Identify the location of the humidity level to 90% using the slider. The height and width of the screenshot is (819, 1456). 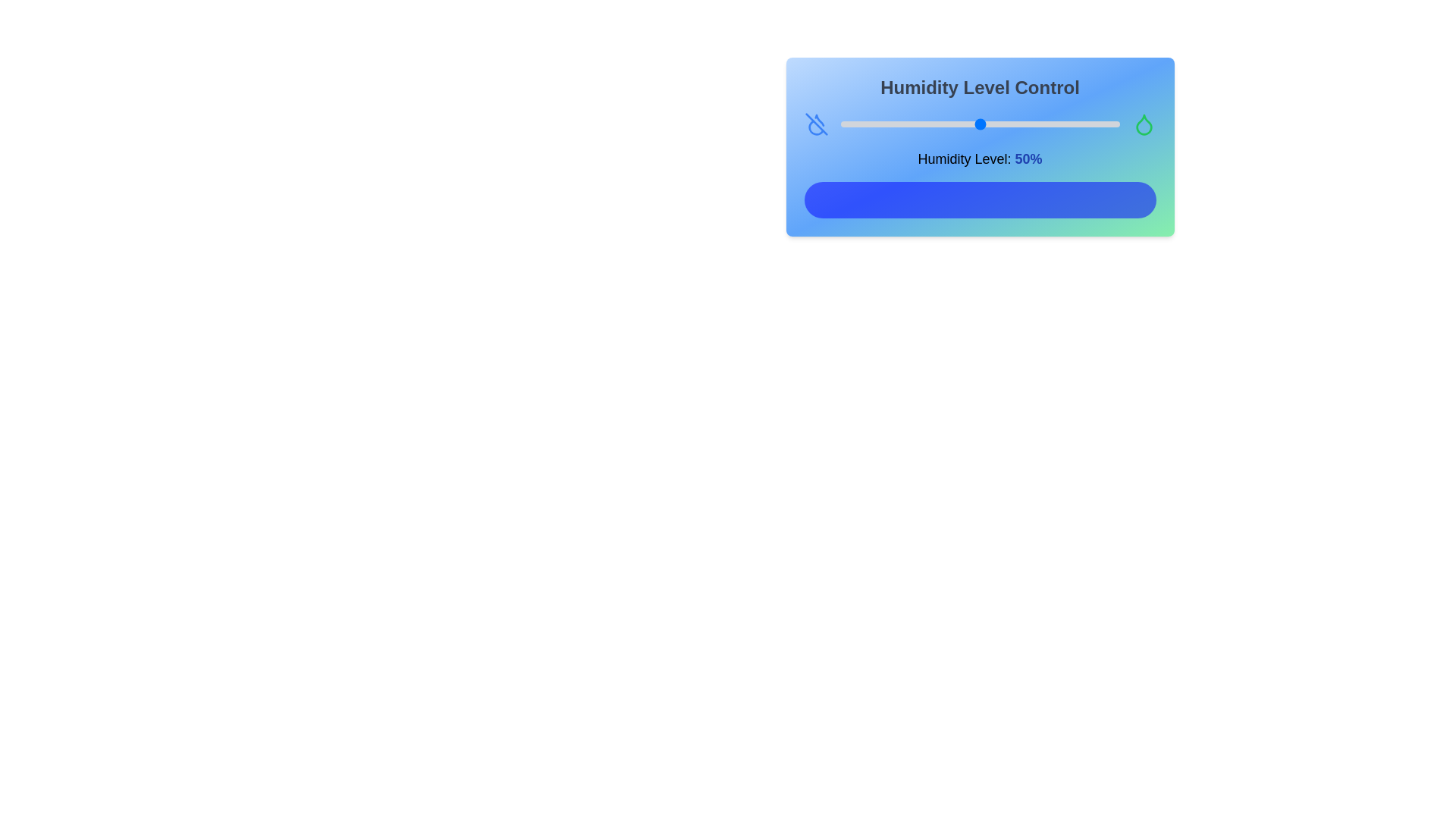
(1090, 124).